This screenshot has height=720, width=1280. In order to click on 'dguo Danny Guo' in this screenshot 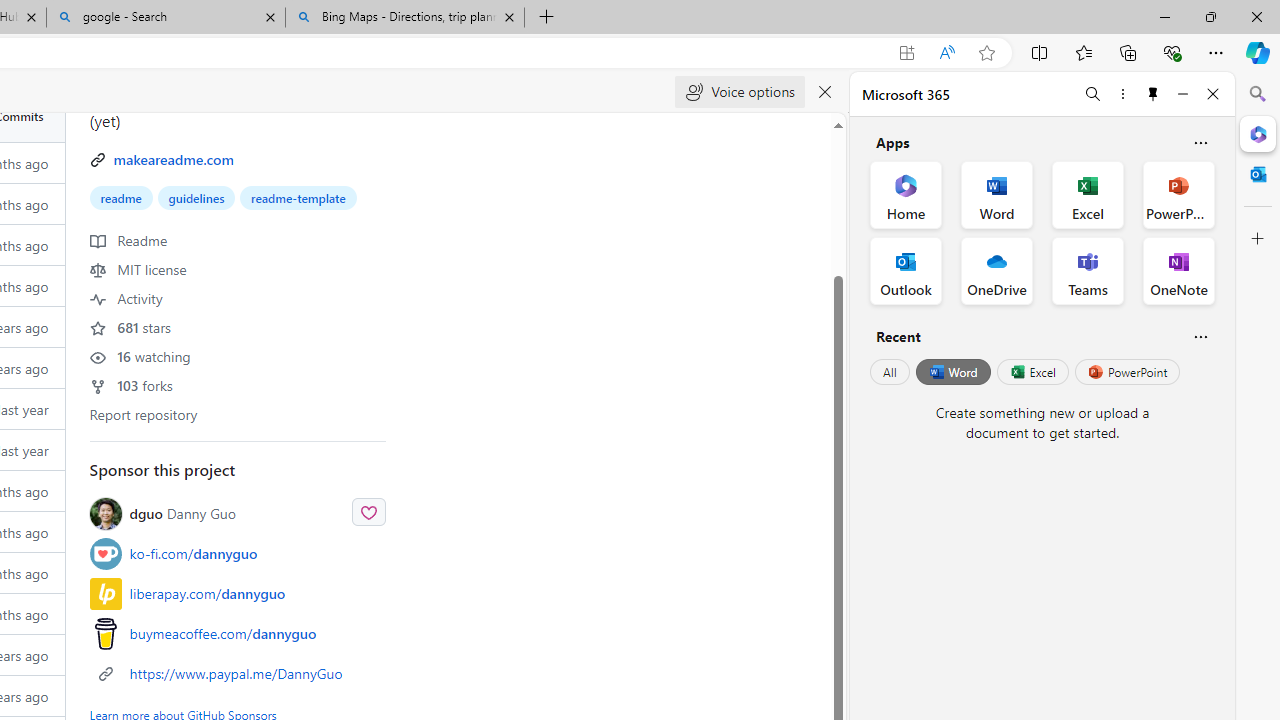, I will do `click(182, 513)`.